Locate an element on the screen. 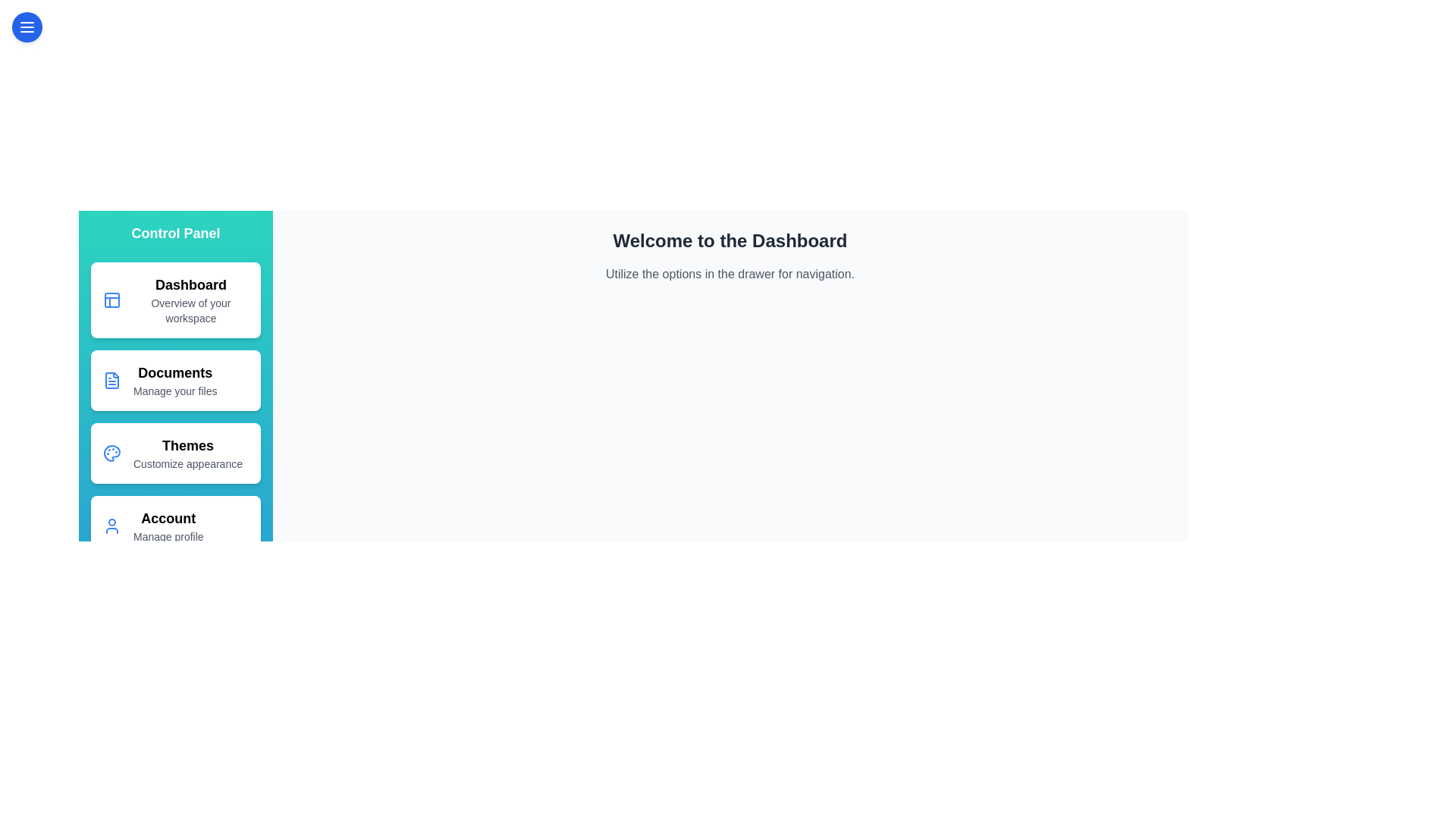  the drawer option corresponding to Themes to navigate to that section is located at coordinates (175, 452).